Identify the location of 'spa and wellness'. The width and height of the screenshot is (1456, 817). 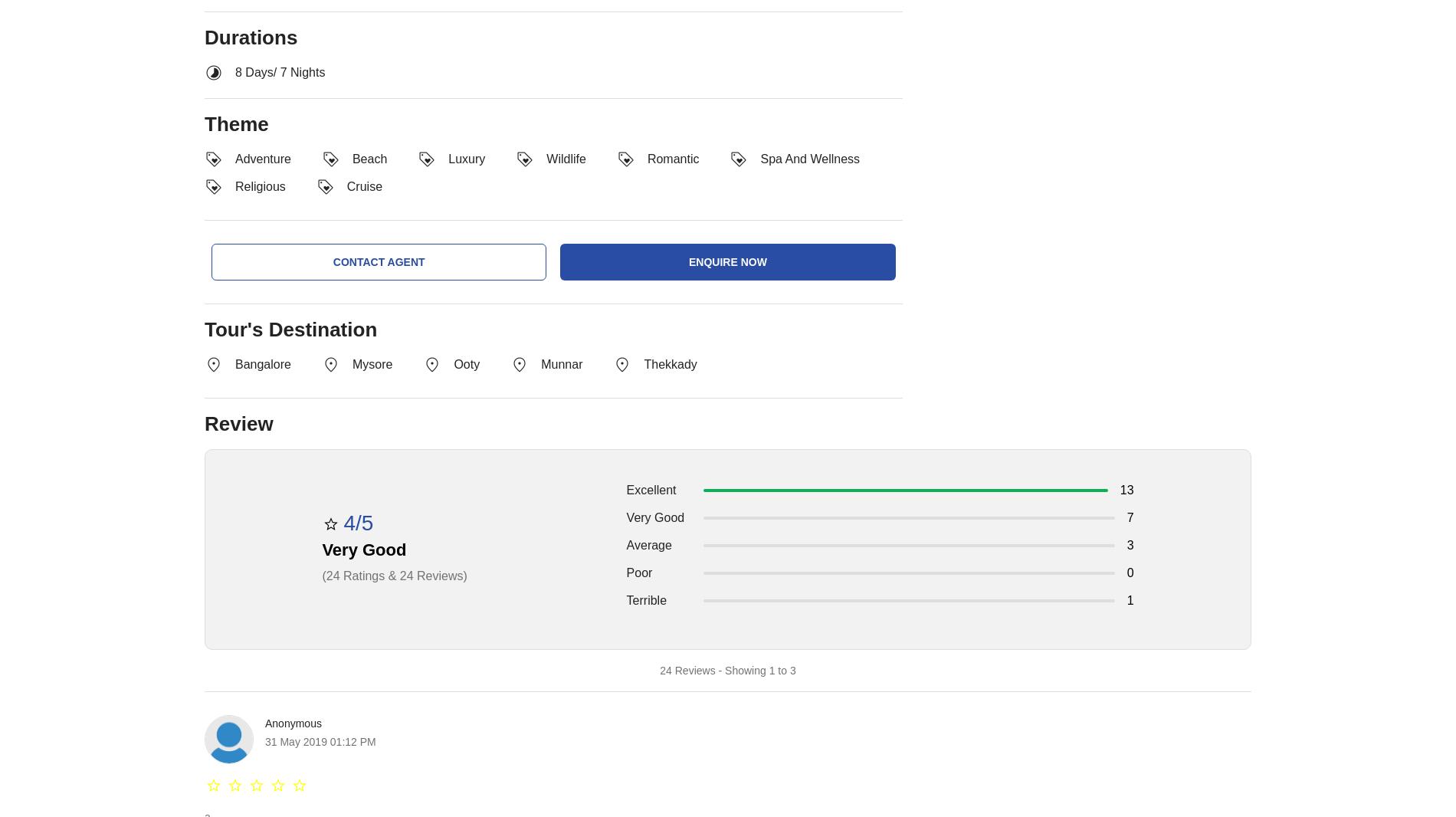
(809, 158).